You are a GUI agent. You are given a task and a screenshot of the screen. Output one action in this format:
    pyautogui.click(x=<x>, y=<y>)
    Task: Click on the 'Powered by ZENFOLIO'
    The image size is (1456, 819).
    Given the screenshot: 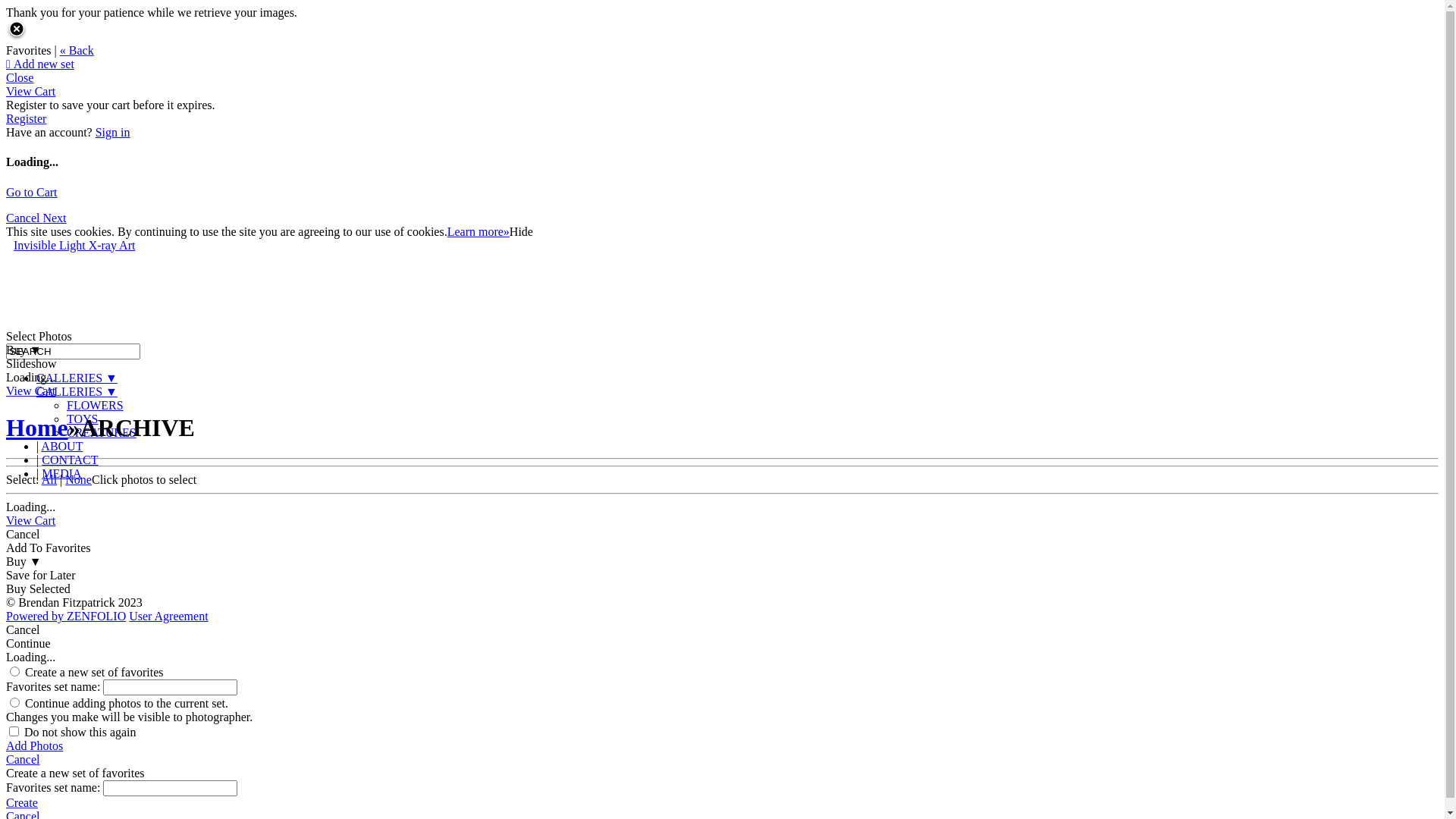 What is the action you would take?
    pyautogui.click(x=64, y=616)
    